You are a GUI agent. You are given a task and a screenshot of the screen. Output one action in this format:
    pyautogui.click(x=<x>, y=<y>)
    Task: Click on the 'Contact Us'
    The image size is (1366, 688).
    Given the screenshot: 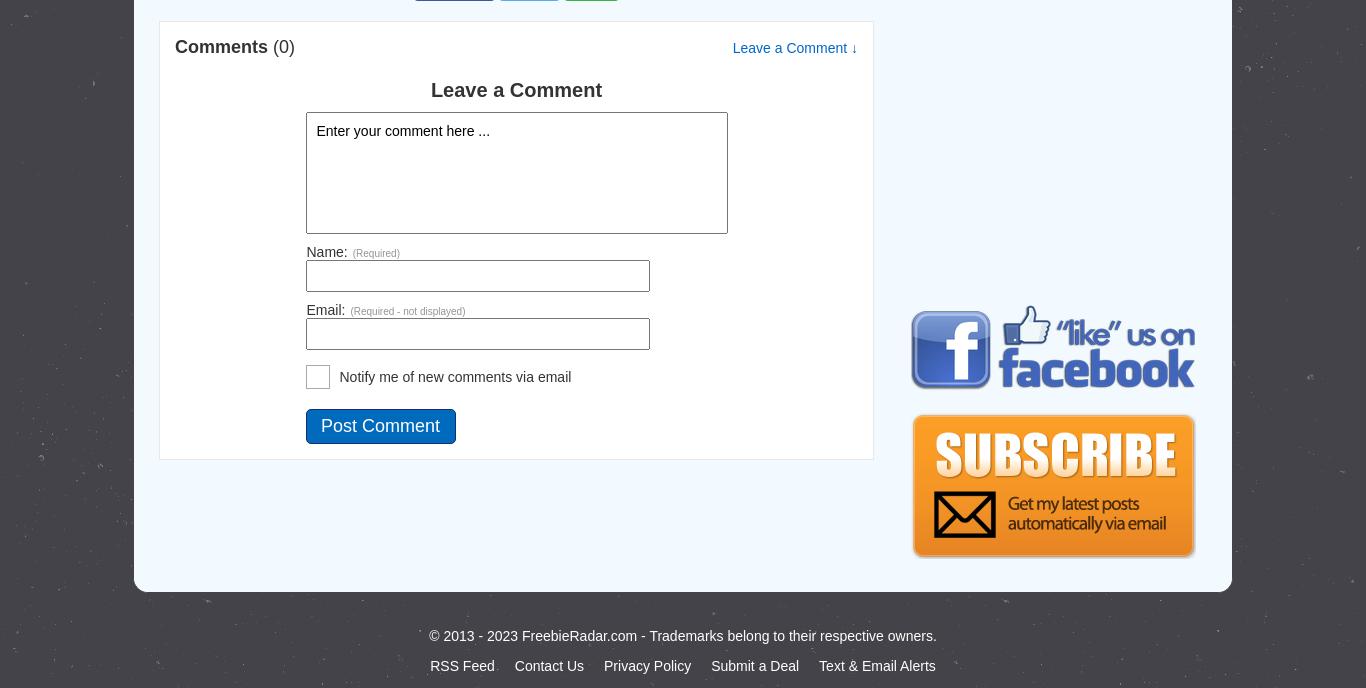 What is the action you would take?
    pyautogui.click(x=514, y=664)
    